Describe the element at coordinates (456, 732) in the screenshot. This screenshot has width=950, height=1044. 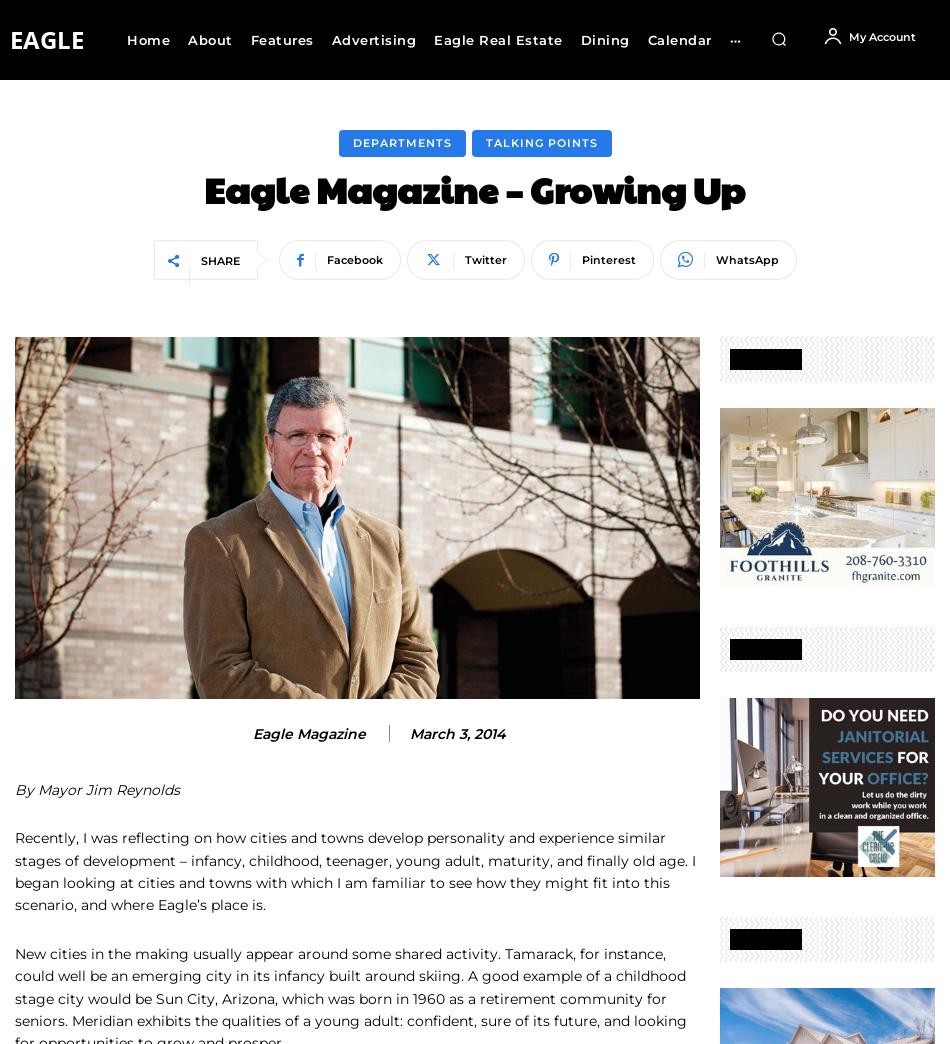
I see `'March 3, 2014'` at that location.